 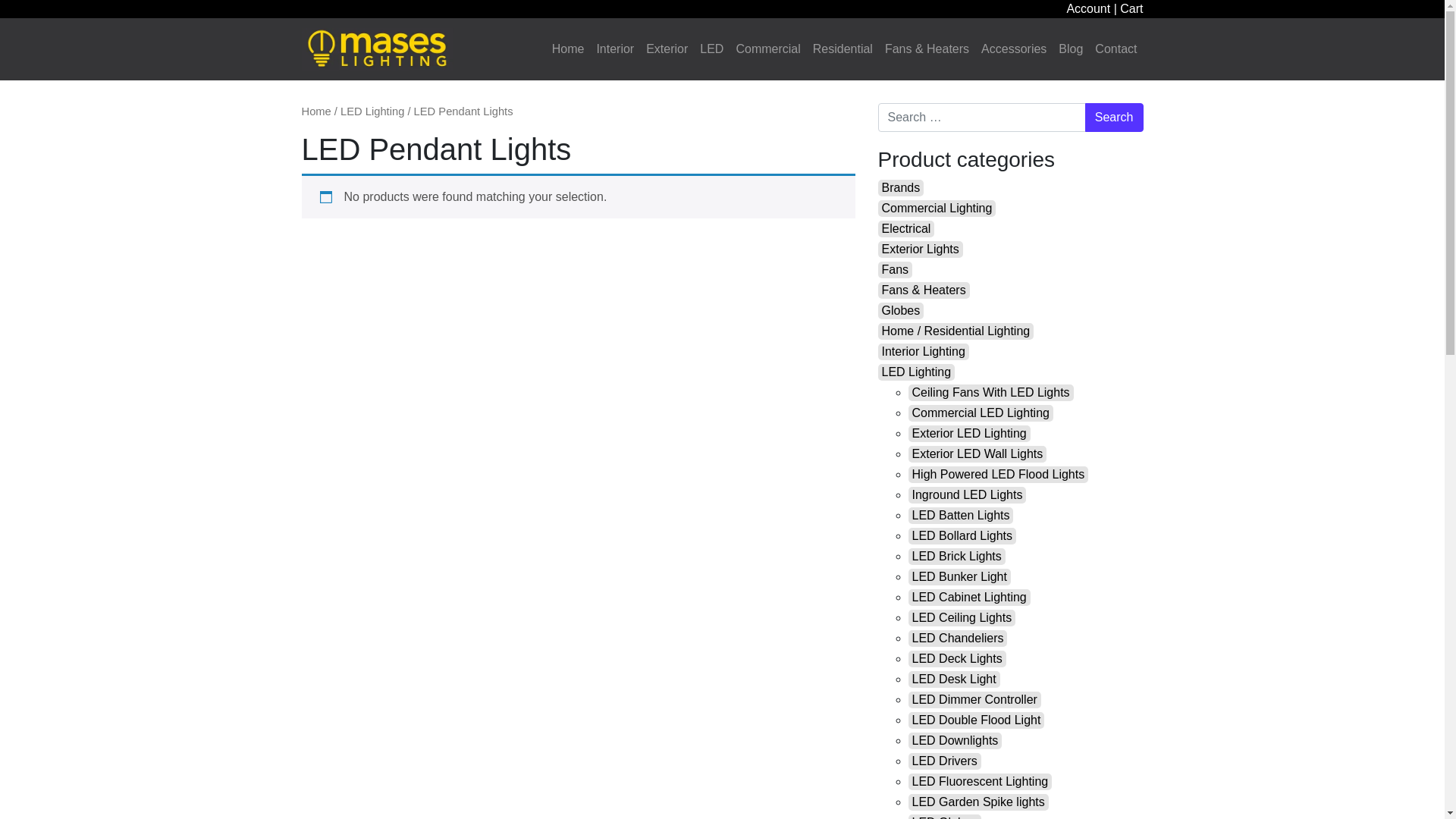 I want to click on 'Search', so click(x=1114, y=116).